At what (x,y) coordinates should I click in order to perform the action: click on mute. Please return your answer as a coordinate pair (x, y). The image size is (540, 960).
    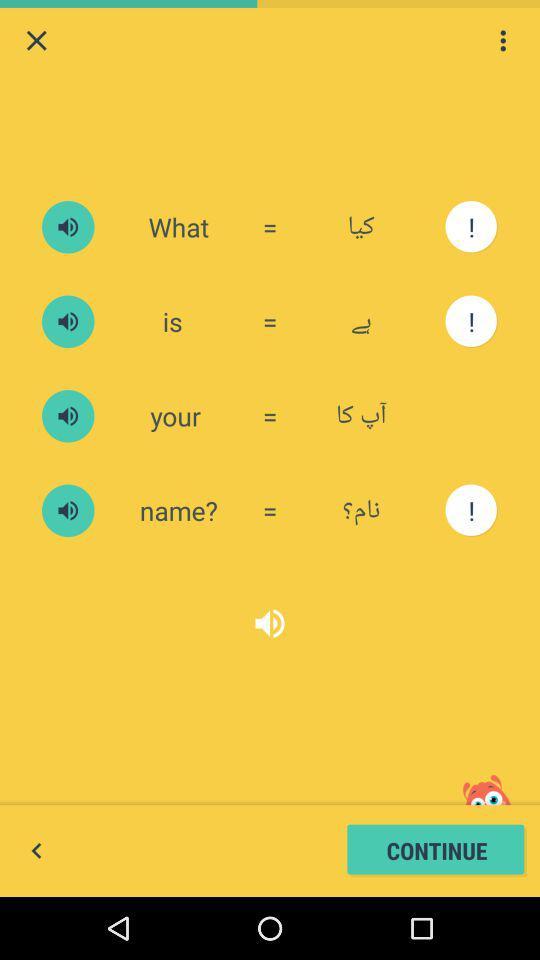
    Looking at the image, I should click on (67, 321).